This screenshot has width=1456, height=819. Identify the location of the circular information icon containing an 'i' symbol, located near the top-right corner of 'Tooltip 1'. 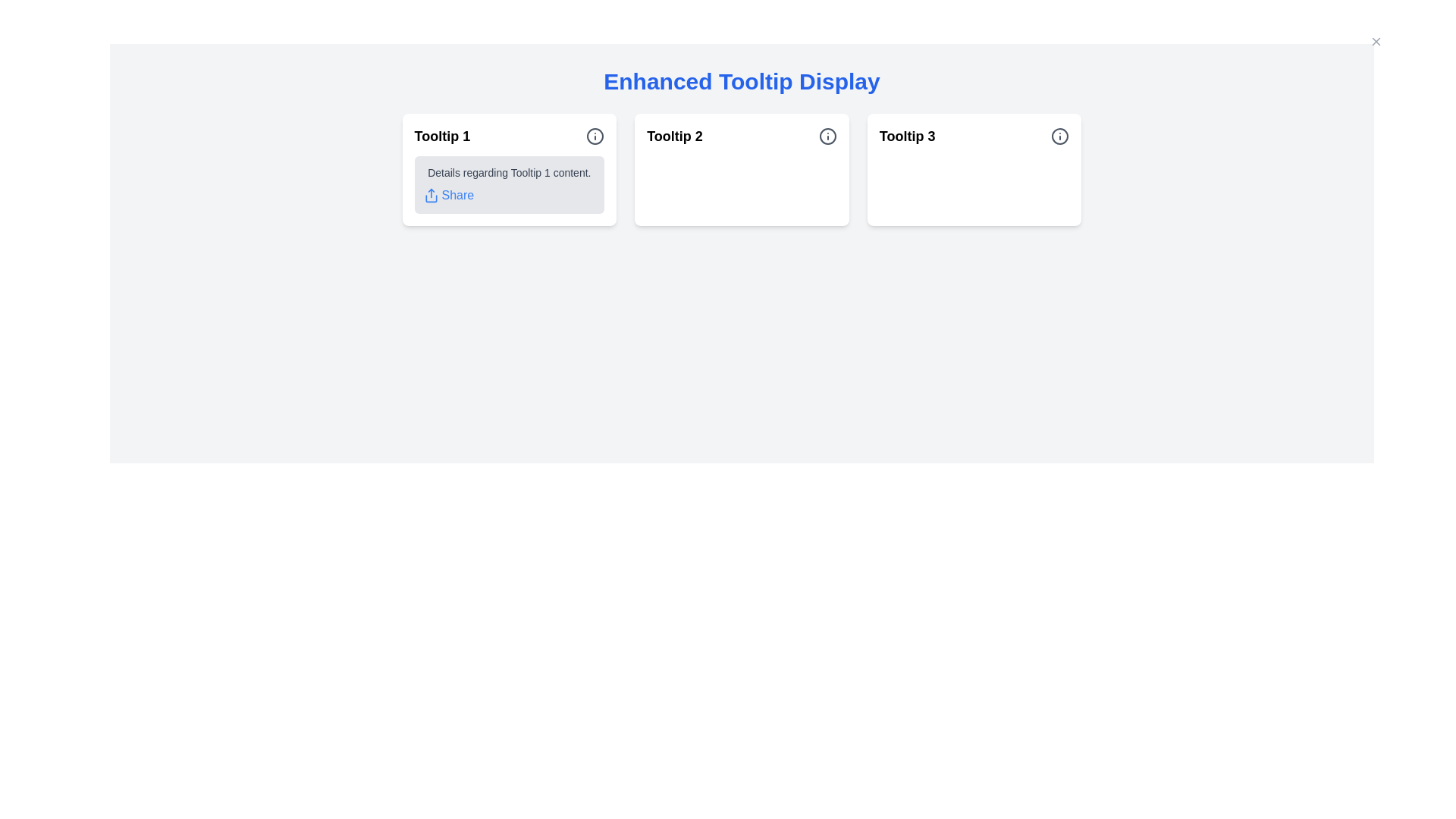
(595, 136).